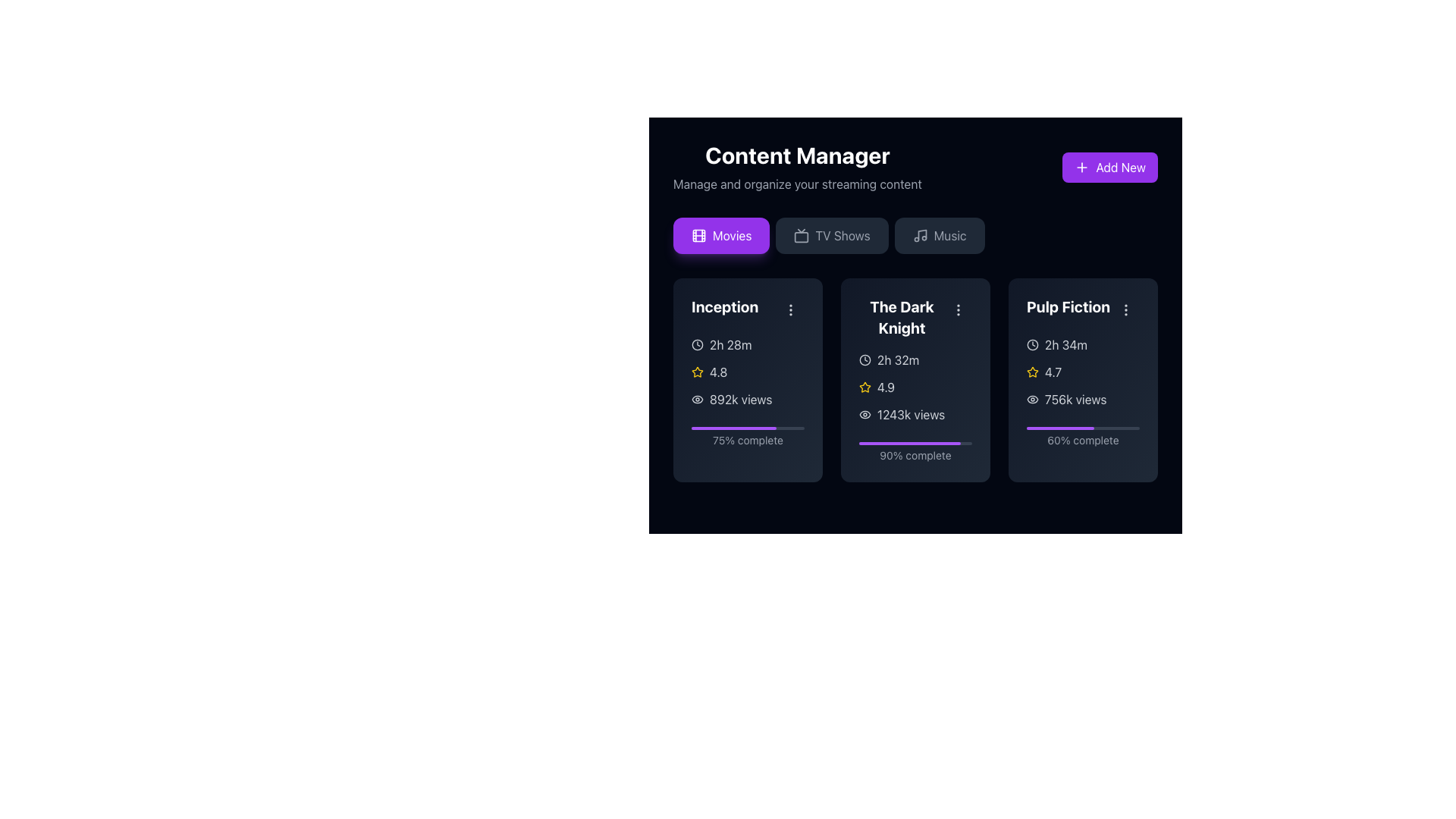  I want to click on the text label identifying the movie 'The Dark Knight', which is positioned under the 'Content Manager' header, in the middle tile of a three-tile layout, so click(902, 317).